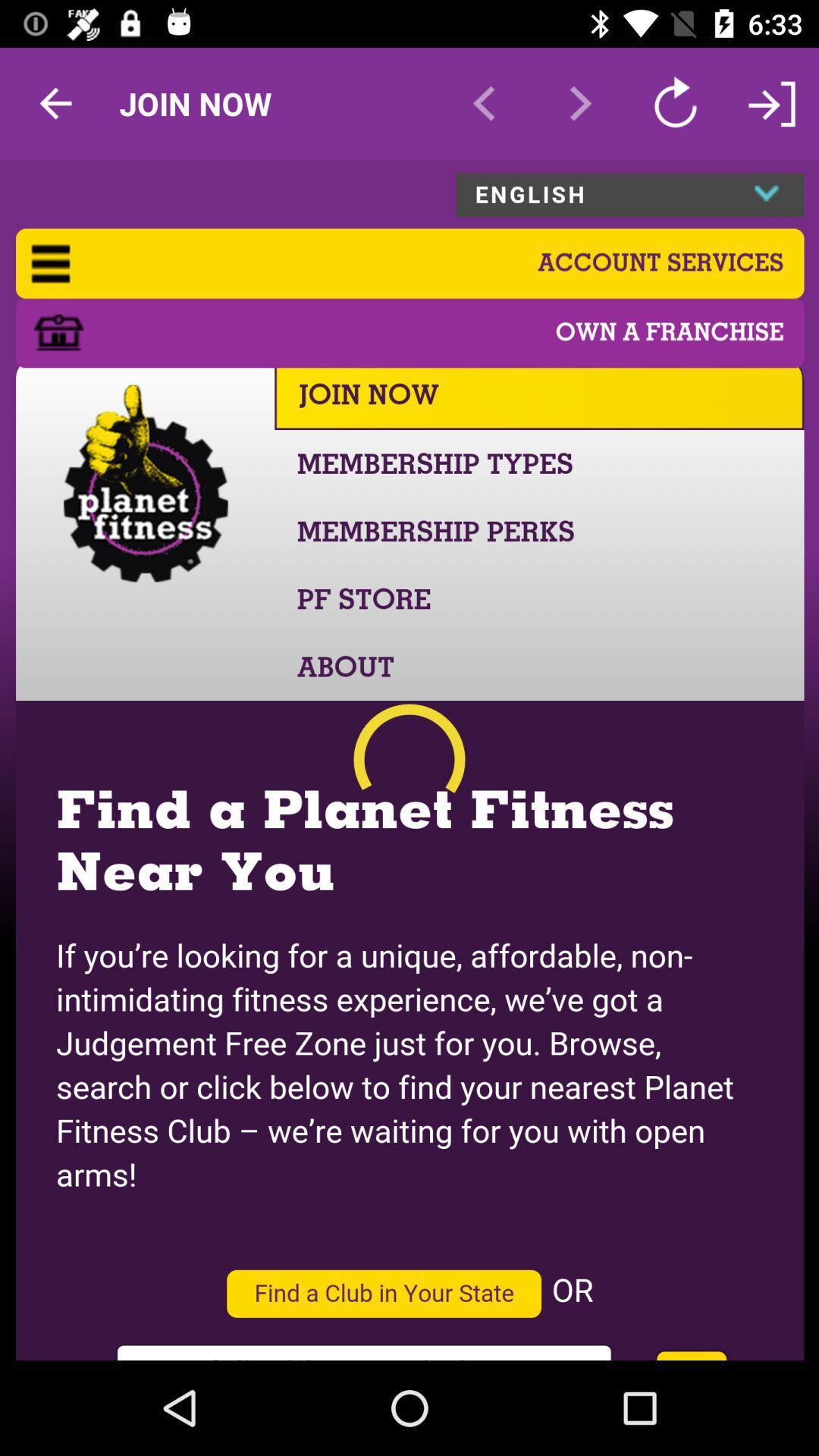  What do you see at coordinates (409, 760) in the screenshot?
I see `connect to planet fitness` at bounding box center [409, 760].